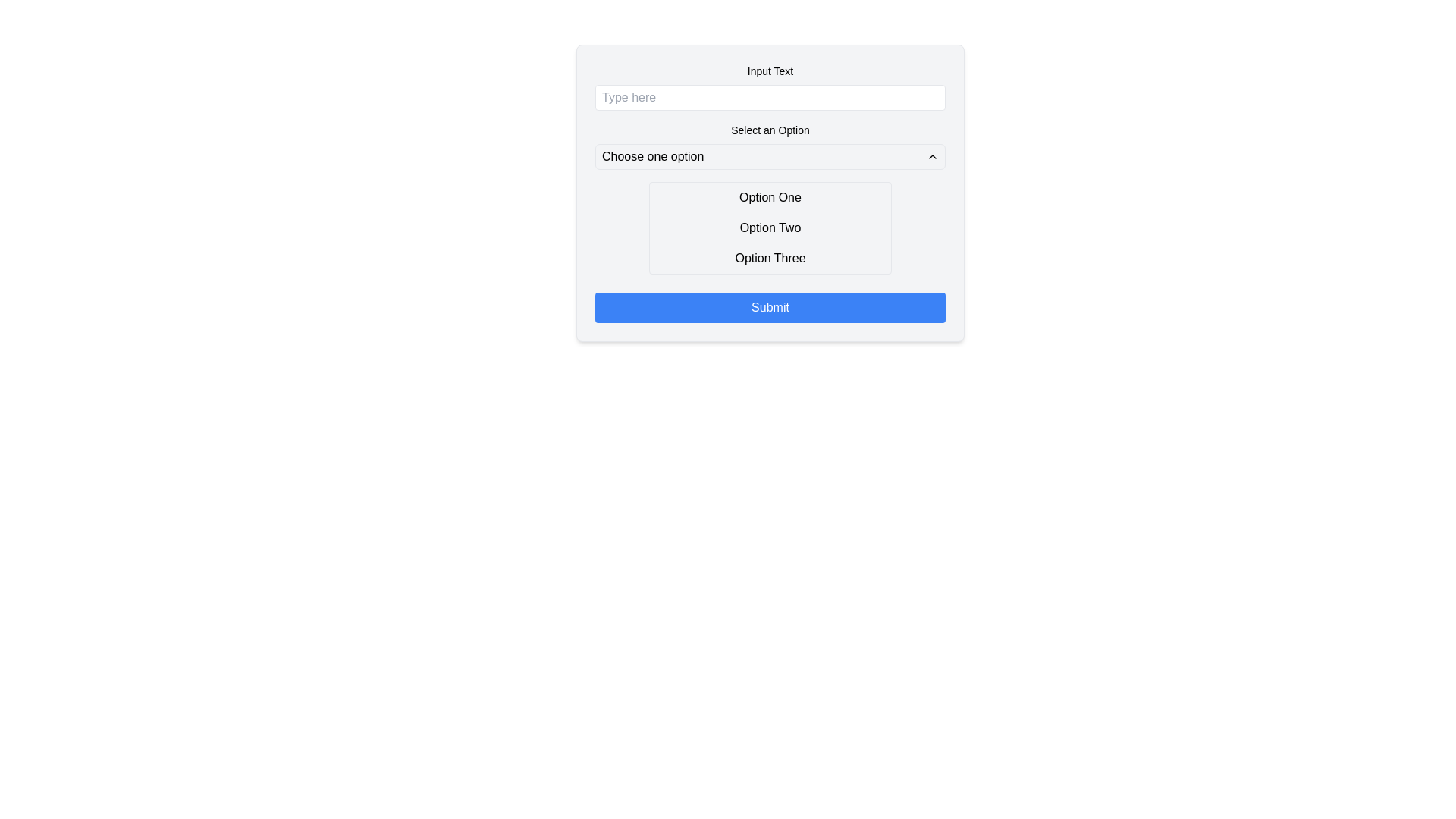 The width and height of the screenshot is (1456, 819). I want to click on to select 'Option Three' from the dropdown menu, which is the third item in the list, so click(770, 257).